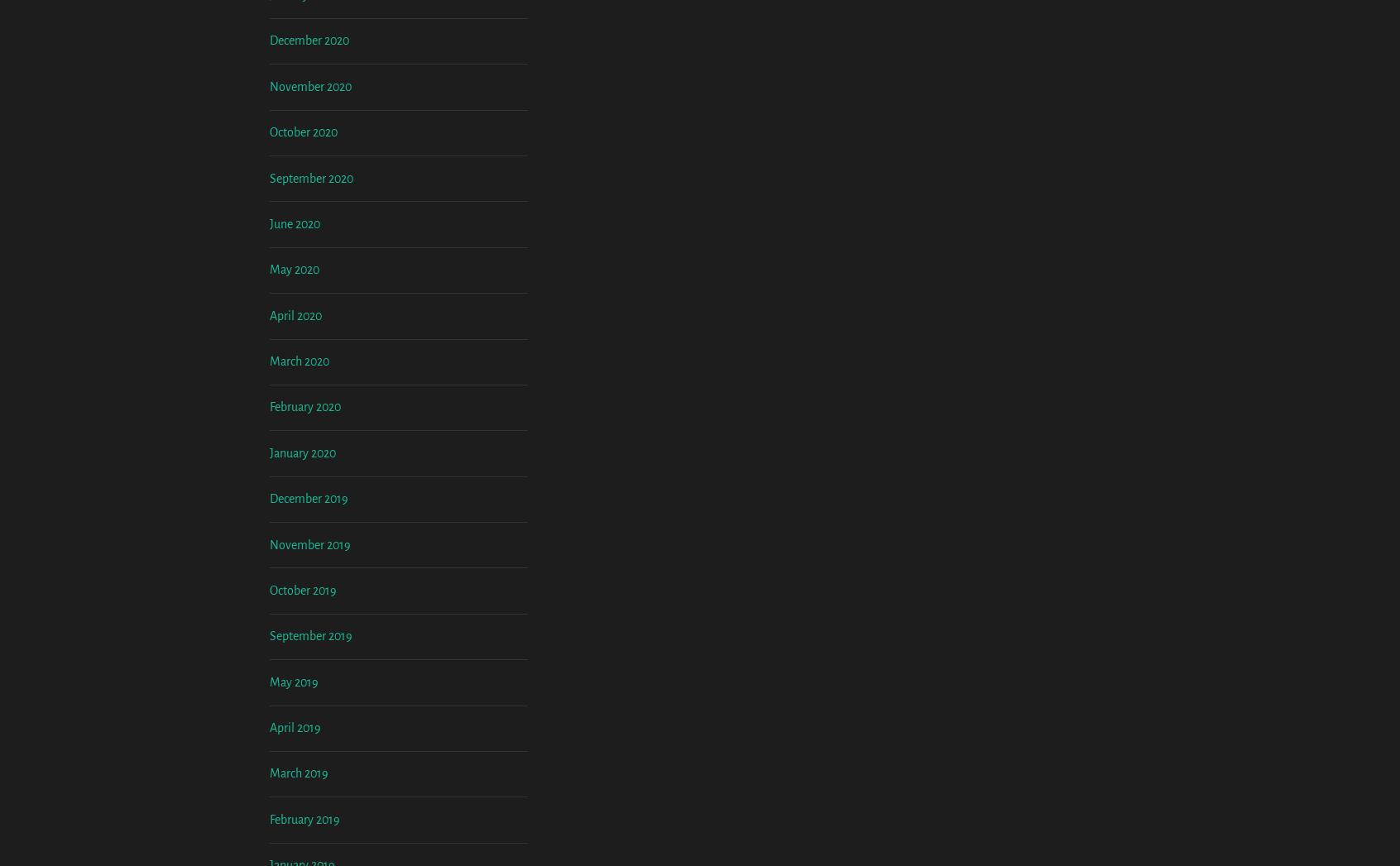 The width and height of the screenshot is (1400, 866). Describe the element at coordinates (305, 544) in the screenshot. I see `'February 2020'` at that location.